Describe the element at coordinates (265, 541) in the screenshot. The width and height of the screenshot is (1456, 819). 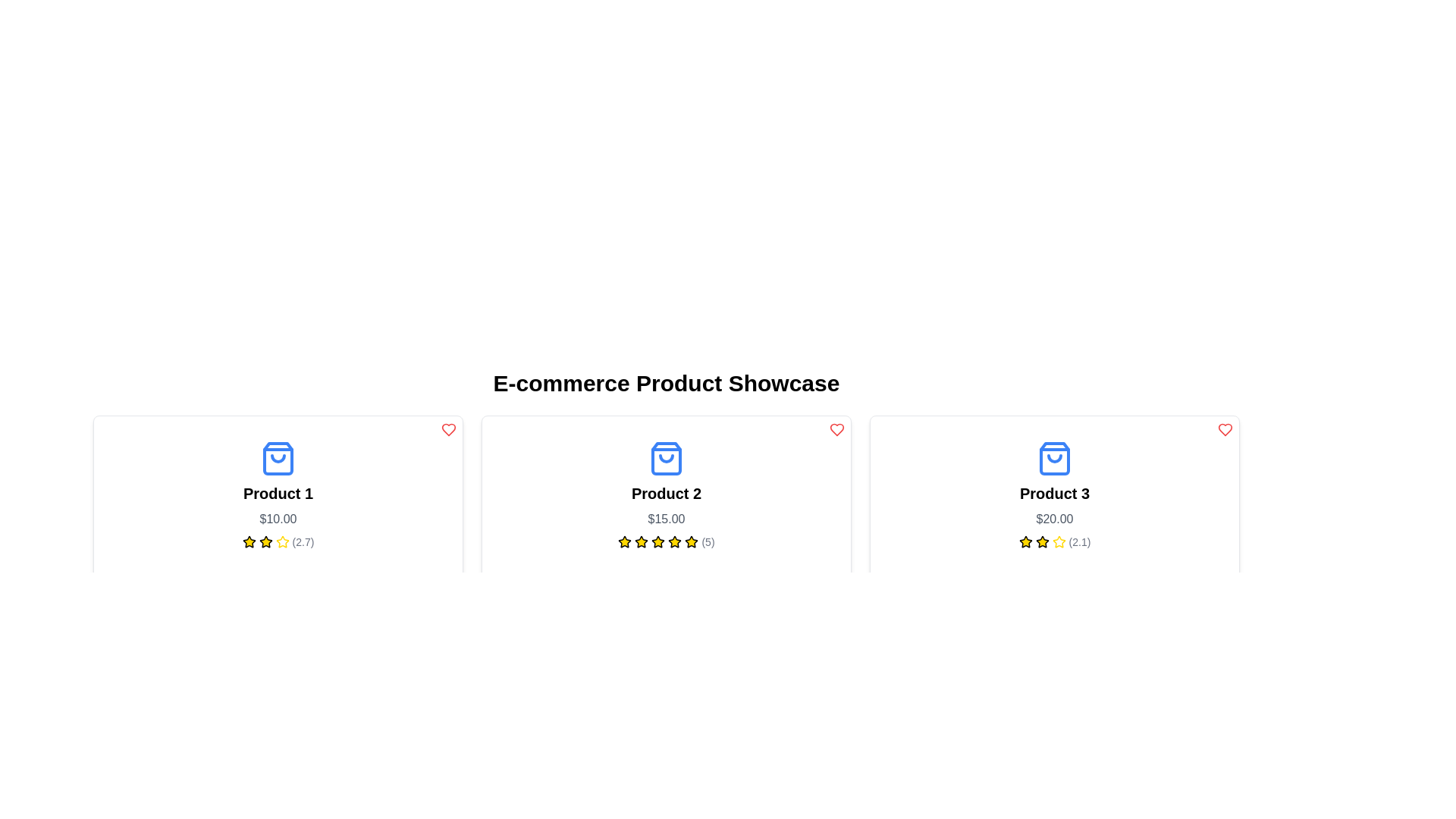
I see `the gold-colored star icon, which is the third star in a group of five stars beneath the Product 1 card in the leftmost product section of the showcase` at that location.